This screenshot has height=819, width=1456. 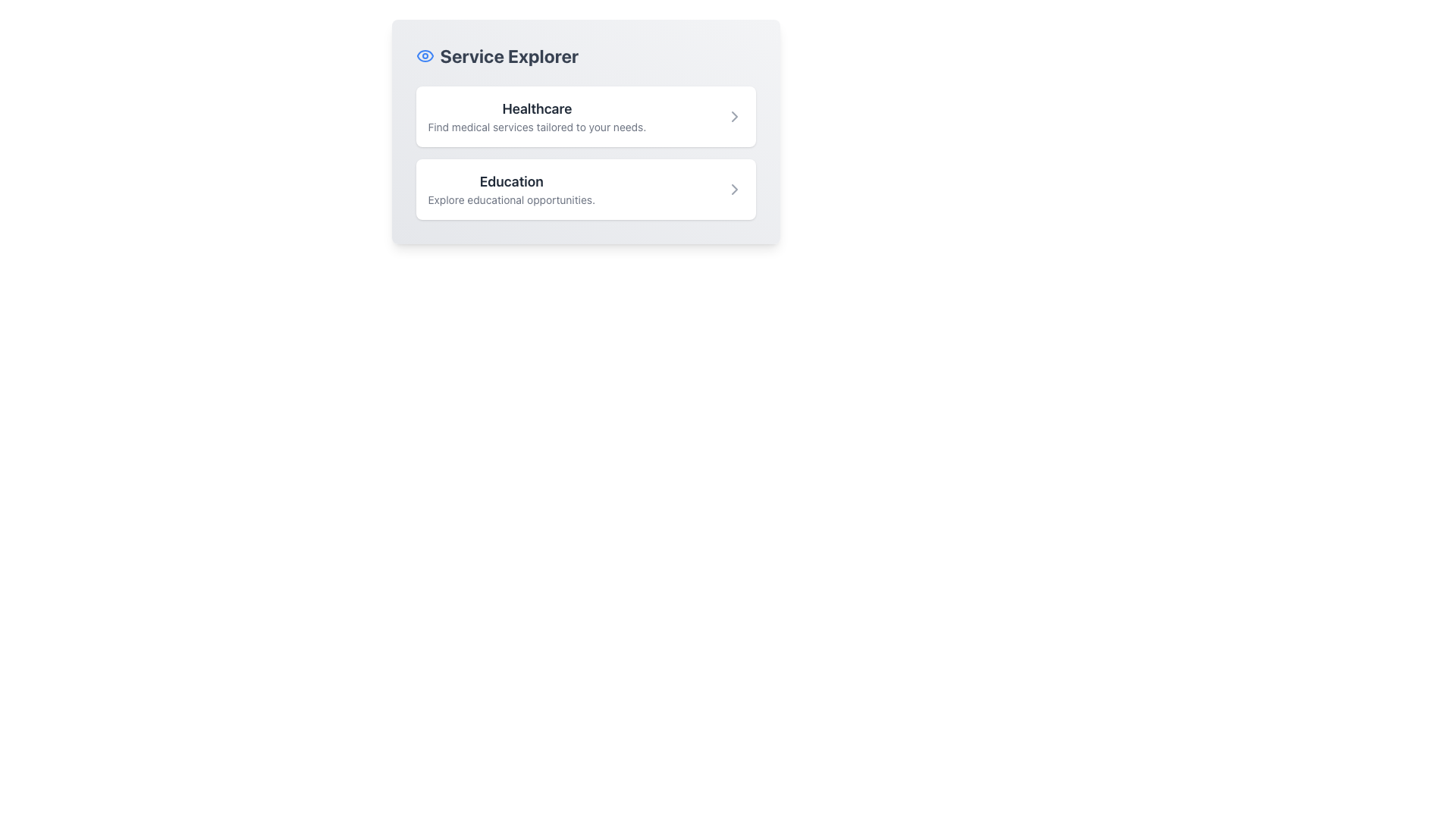 I want to click on the descriptive subtitle text element located below the 'Education' header in the education section, which provides additional context for this category, so click(x=511, y=199).